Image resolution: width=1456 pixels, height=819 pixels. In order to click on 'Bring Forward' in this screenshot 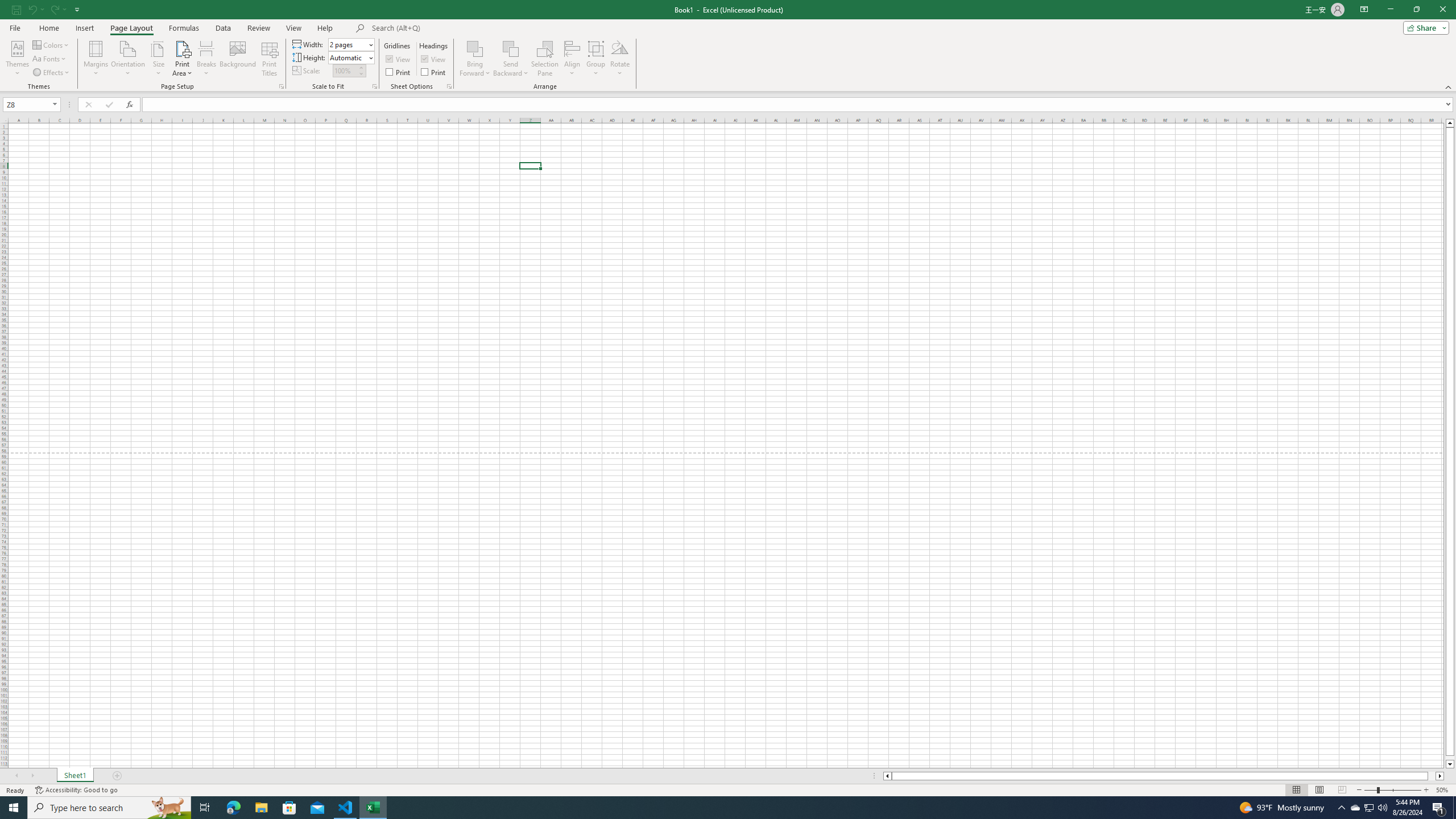, I will do `click(475, 59)`.